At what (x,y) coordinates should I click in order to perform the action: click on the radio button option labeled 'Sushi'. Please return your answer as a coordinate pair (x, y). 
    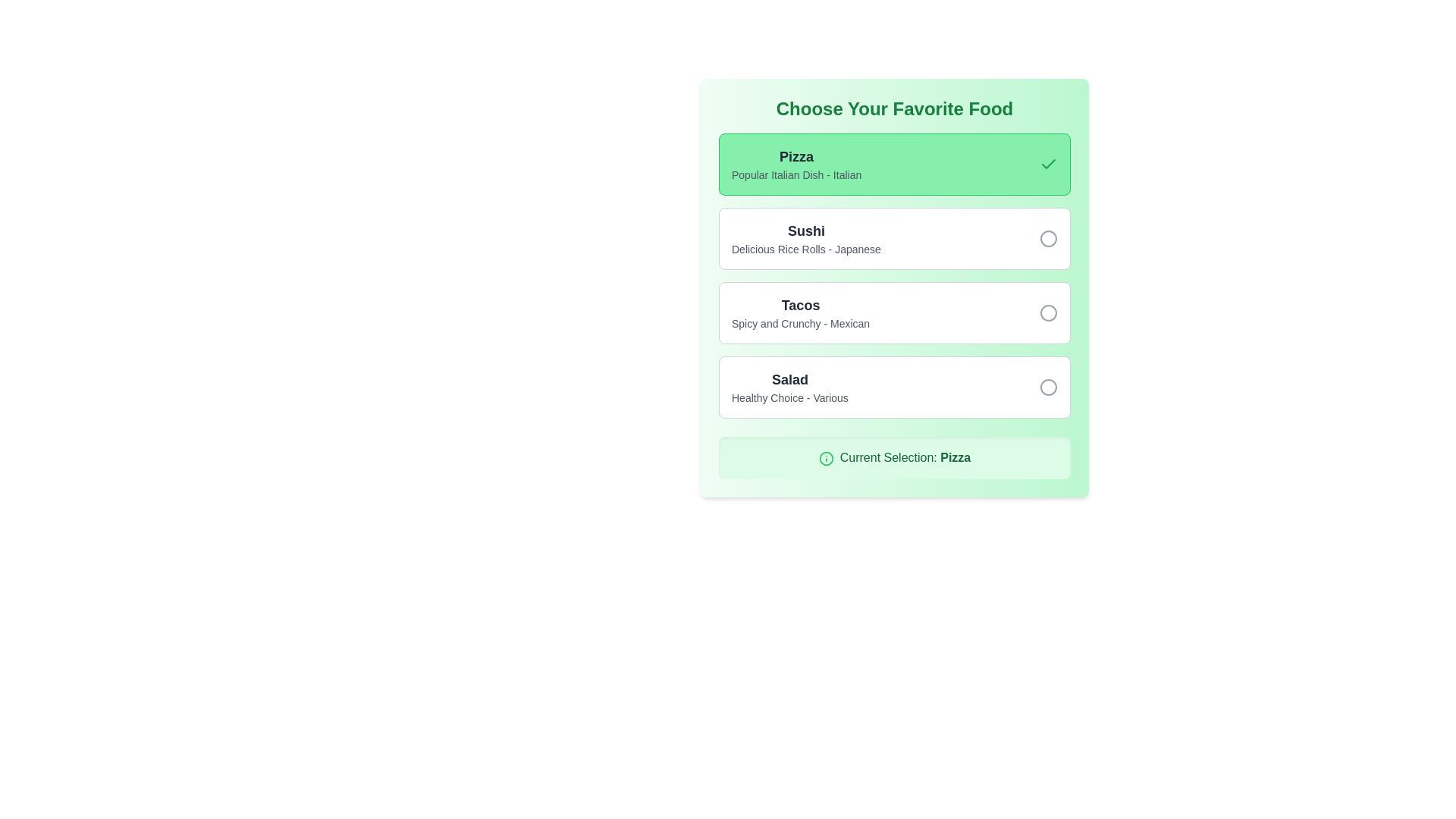
    Looking at the image, I should click on (895, 239).